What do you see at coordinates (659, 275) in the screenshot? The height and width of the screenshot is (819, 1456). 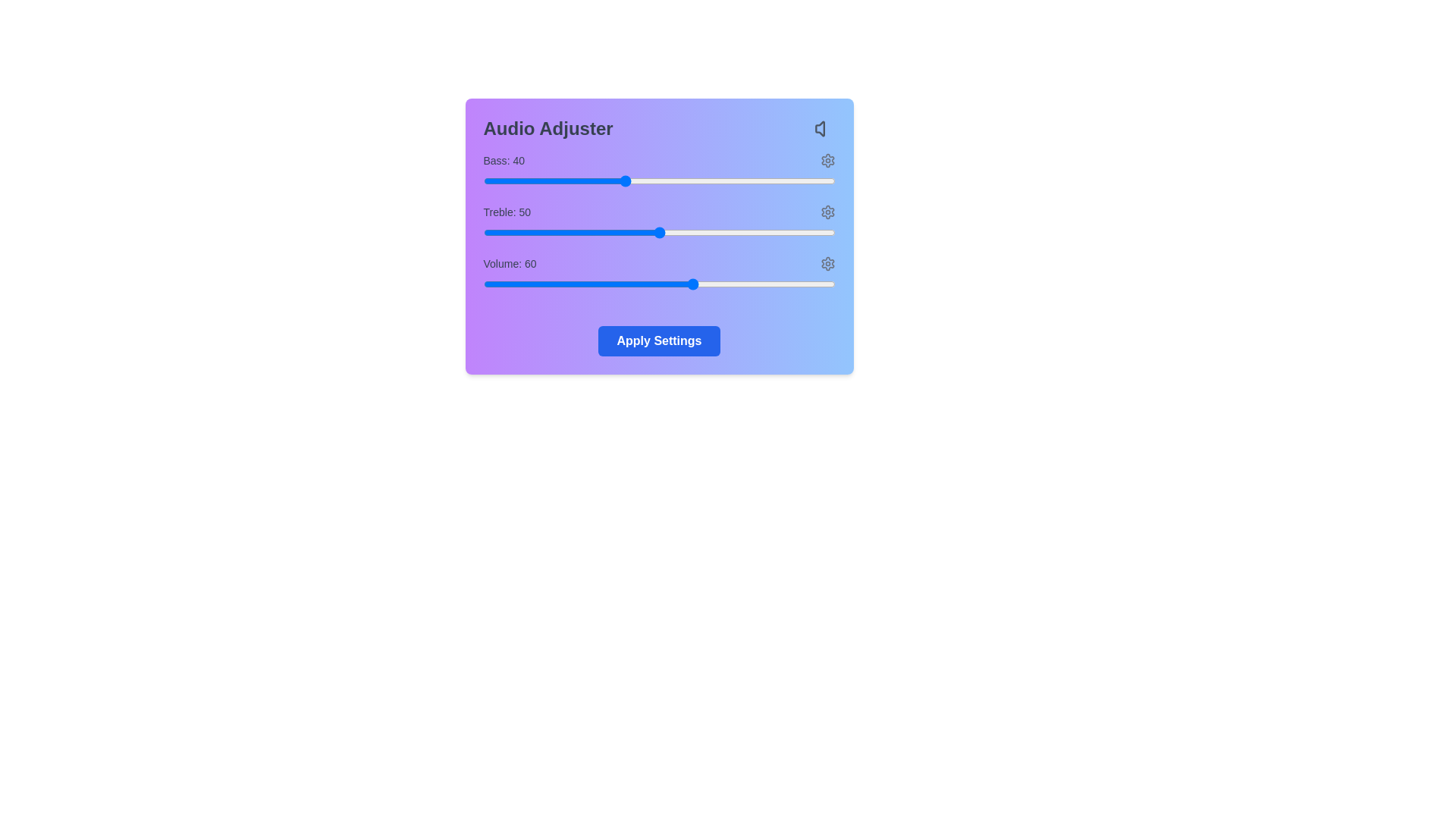 I see `the slider control labeled 'Volume: 60'` at bounding box center [659, 275].